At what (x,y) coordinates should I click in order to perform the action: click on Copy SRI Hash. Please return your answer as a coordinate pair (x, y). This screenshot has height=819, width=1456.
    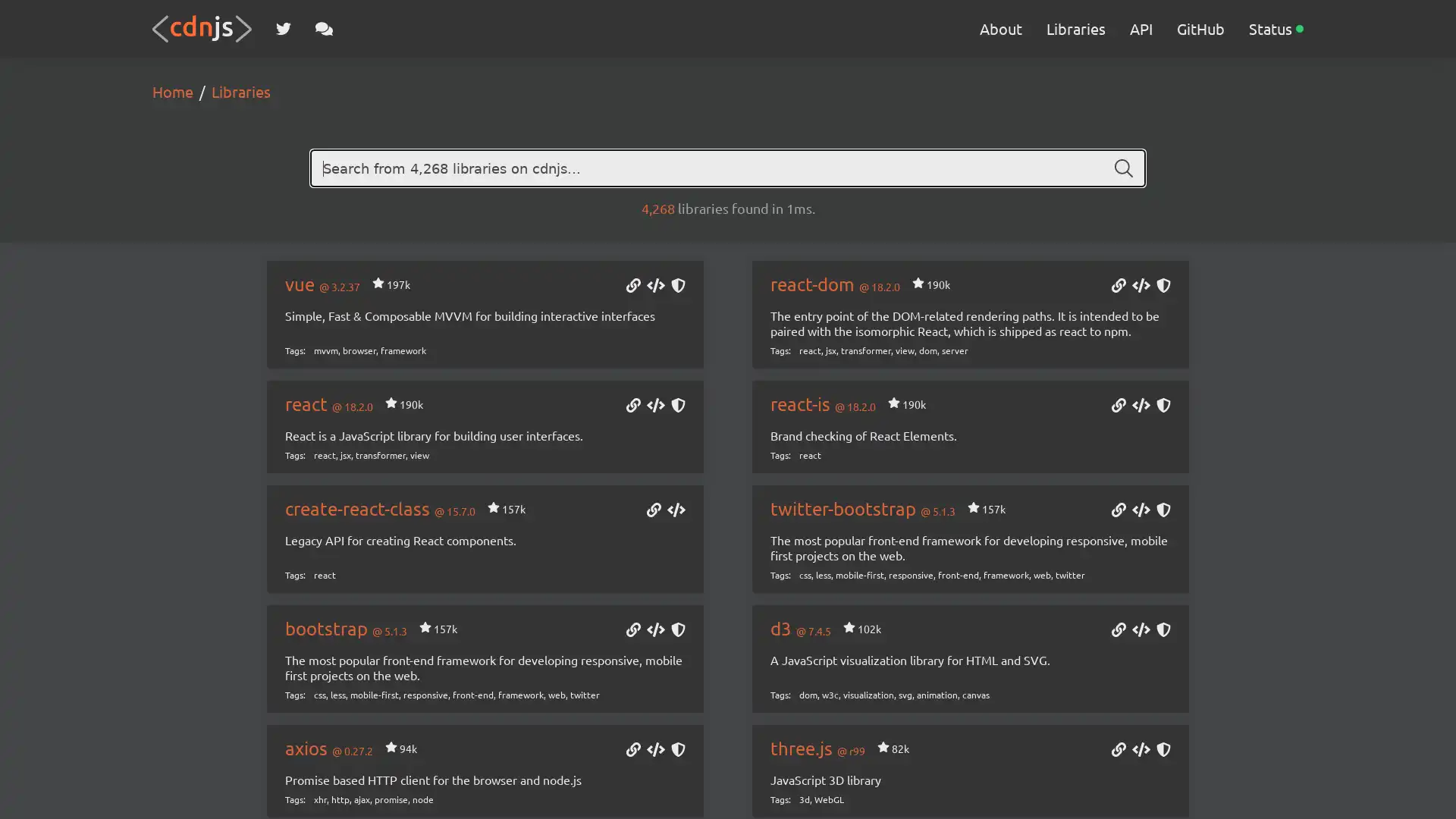
    Looking at the image, I should click on (1163, 511).